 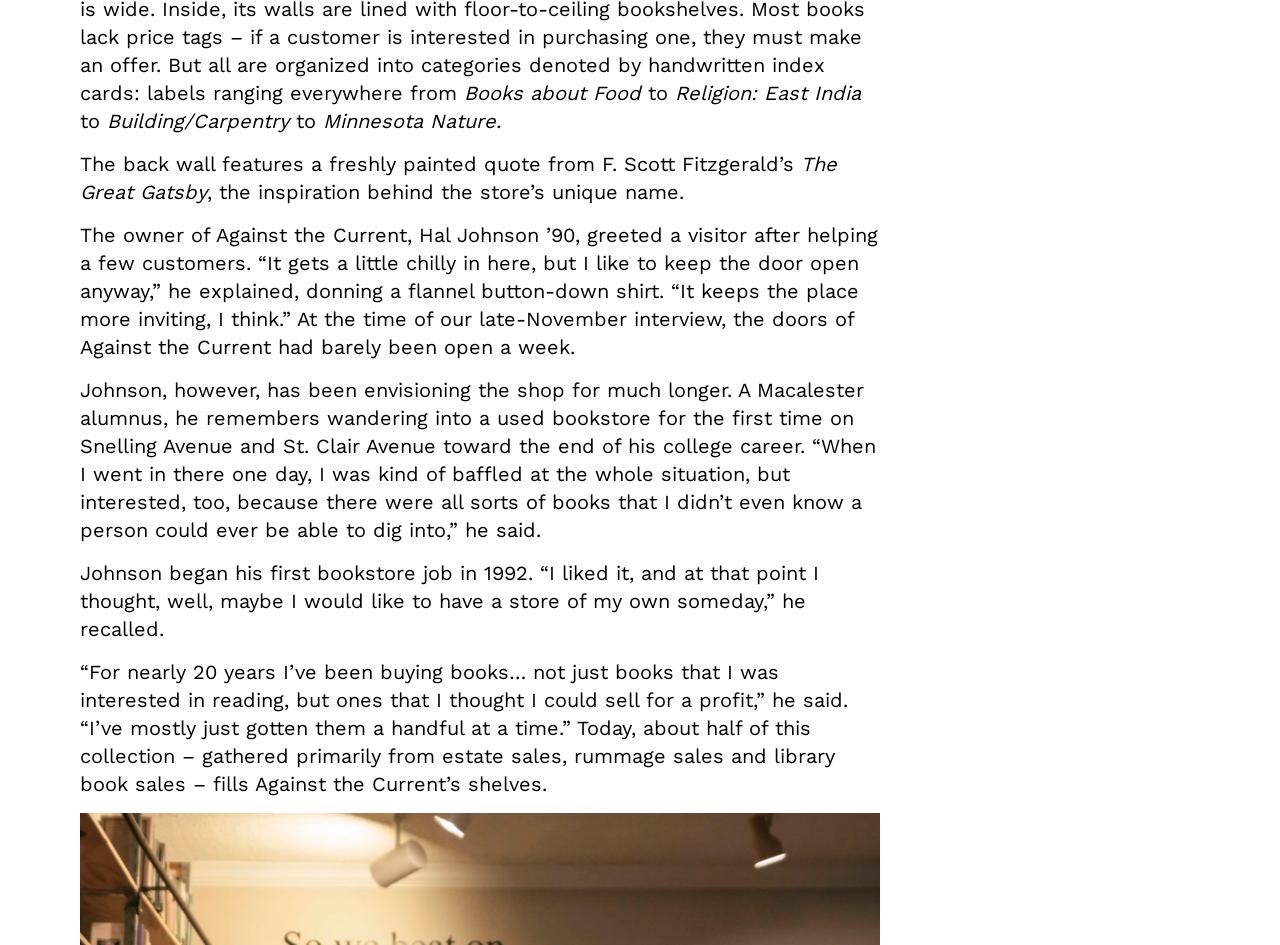 I want to click on 'The owner of Against the Current, Hal Johnson ’90, greeted a visitor after helping a few customers. “It gets a little chilly in here, but I like to keep the door open anyway,” he explained, donning a flannel button-down shirt. “It keeps the place more inviting, I think.” At the time of our late-November interview, the doors of Against the Current had barely been open a week.', so click(x=477, y=290).